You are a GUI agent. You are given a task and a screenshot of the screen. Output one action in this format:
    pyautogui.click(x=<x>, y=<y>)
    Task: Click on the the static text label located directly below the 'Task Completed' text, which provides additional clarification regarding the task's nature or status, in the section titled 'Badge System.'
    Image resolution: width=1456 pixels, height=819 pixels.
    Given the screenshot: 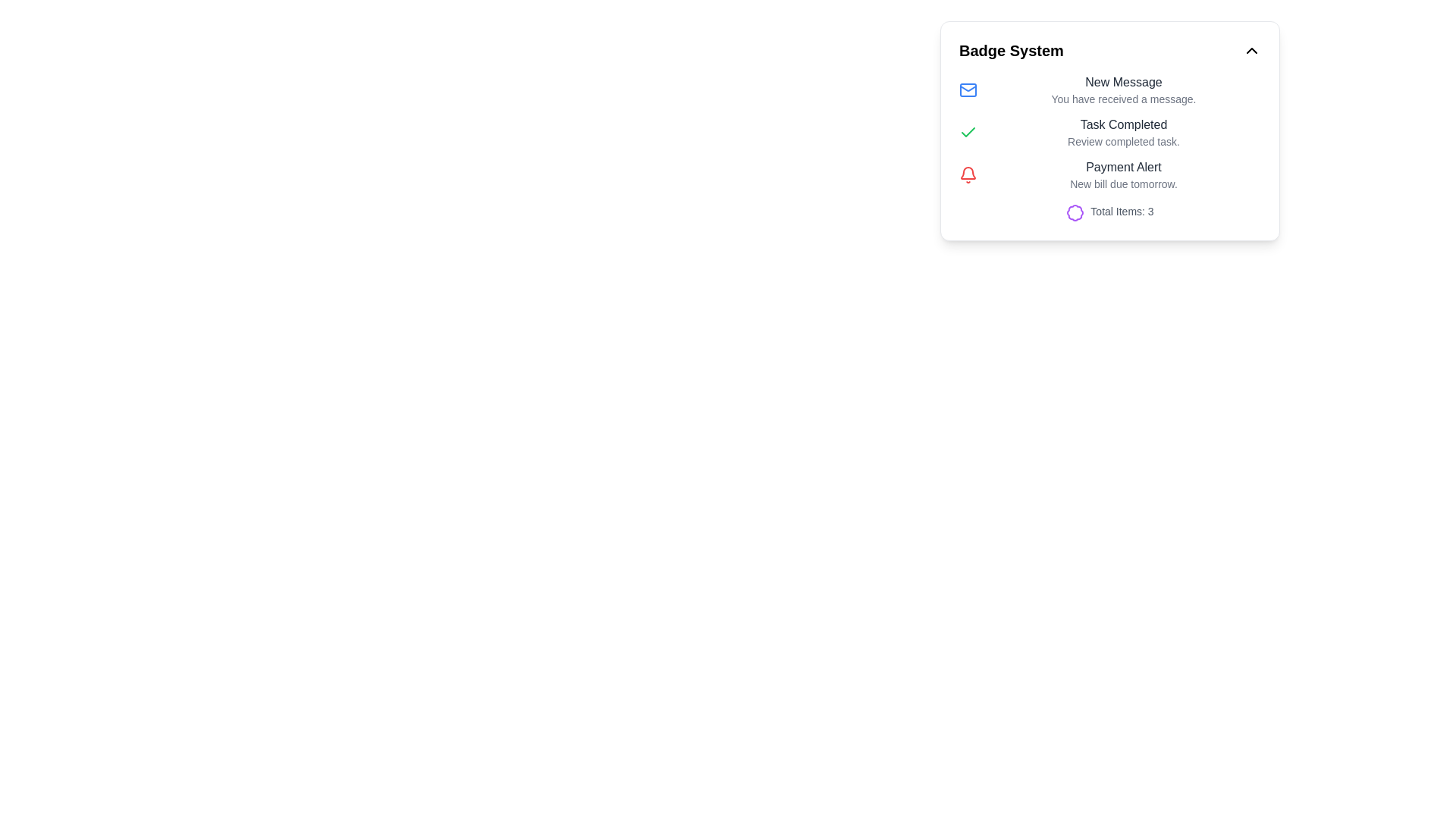 What is the action you would take?
    pyautogui.click(x=1124, y=141)
    